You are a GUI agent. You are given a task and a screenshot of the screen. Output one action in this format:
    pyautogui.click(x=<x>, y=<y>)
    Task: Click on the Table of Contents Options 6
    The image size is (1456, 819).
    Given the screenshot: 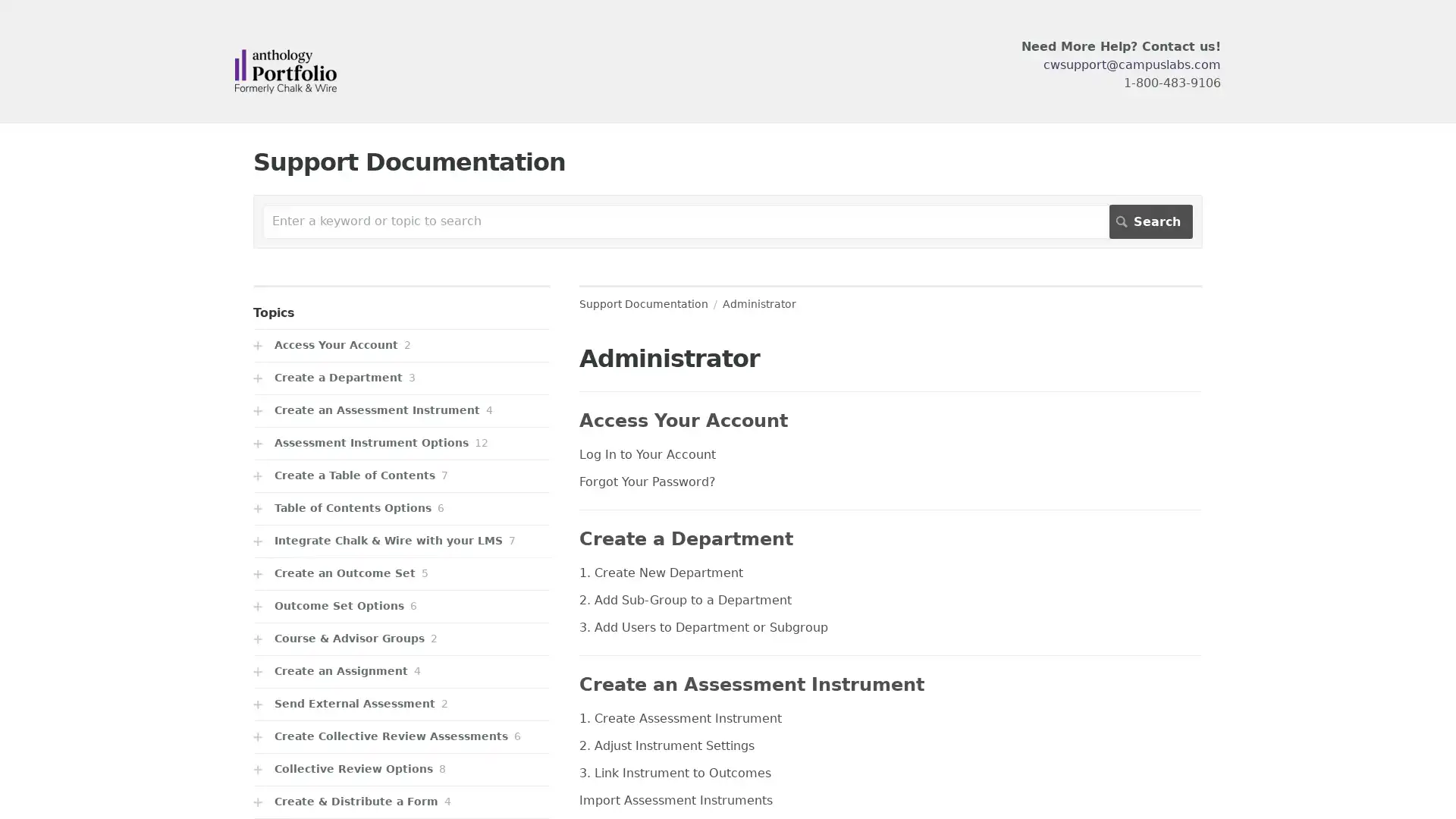 What is the action you would take?
    pyautogui.click(x=401, y=508)
    